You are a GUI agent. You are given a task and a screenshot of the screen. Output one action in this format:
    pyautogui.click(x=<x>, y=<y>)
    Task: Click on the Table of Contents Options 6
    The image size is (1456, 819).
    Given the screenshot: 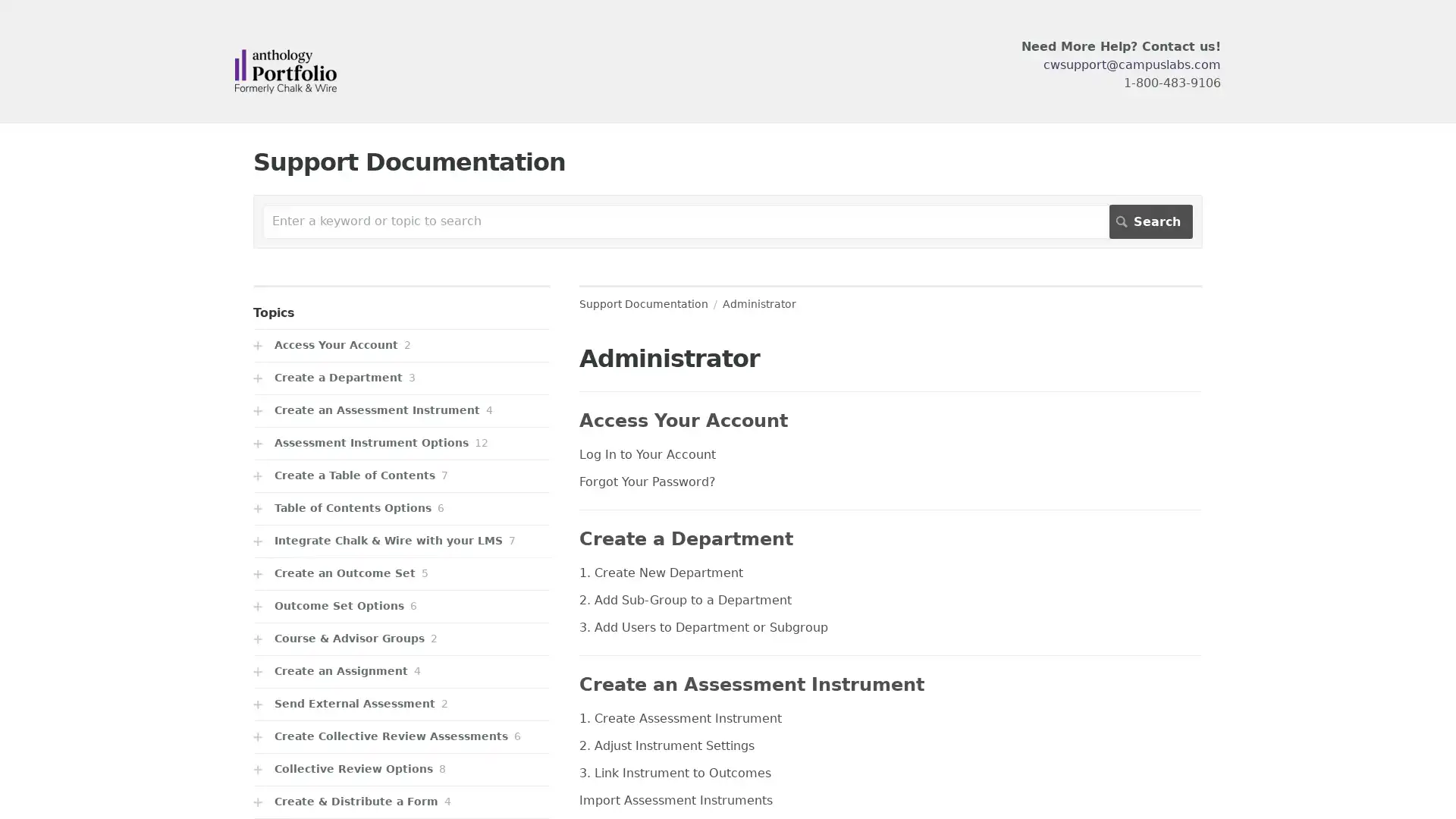 What is the action you would take?
    pyautogui.click(x=401, y=508)
    